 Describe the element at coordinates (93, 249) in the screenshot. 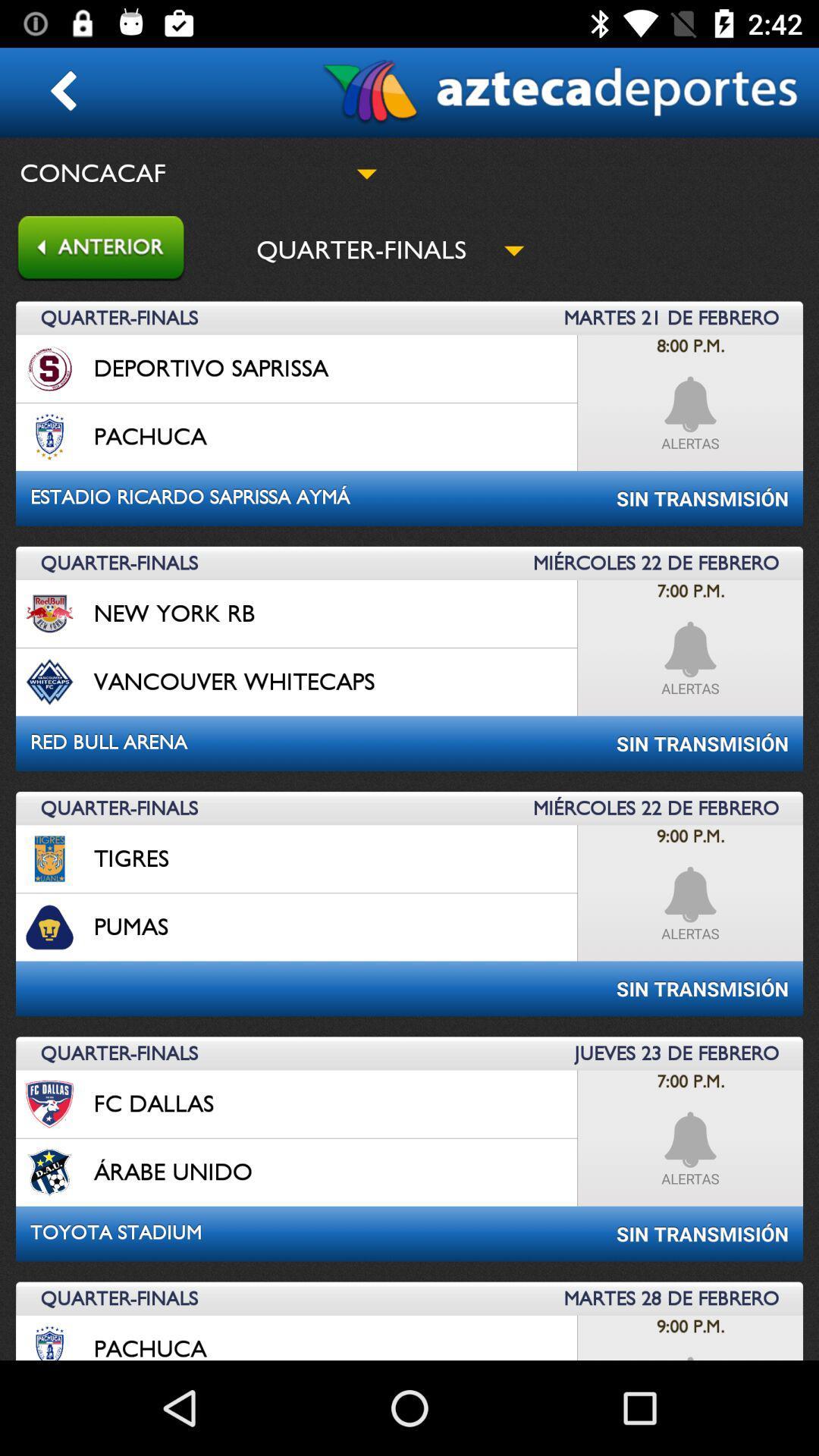

I see `previous page` at that location.